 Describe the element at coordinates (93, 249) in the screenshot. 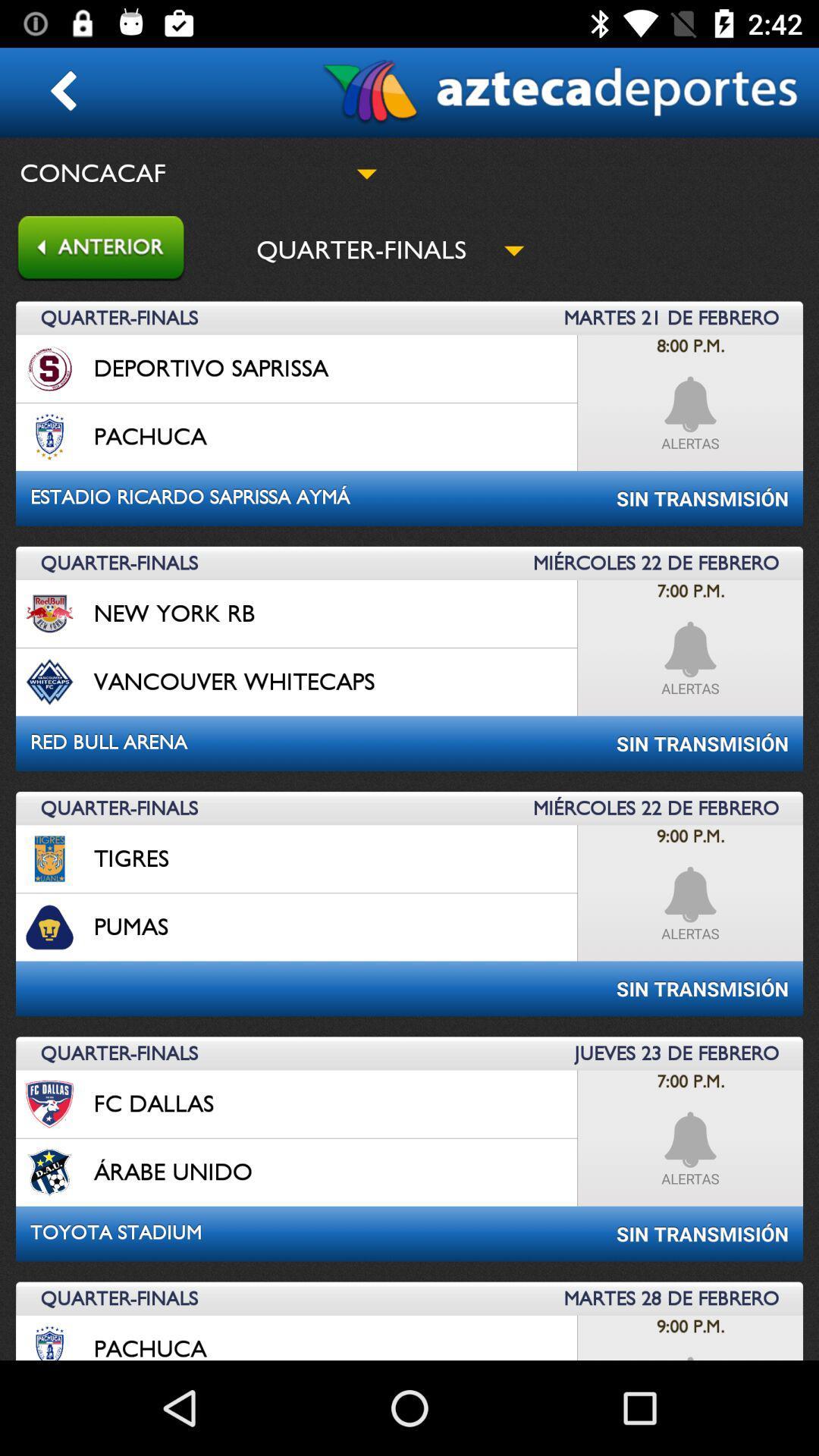

I see `previous page` at that location.